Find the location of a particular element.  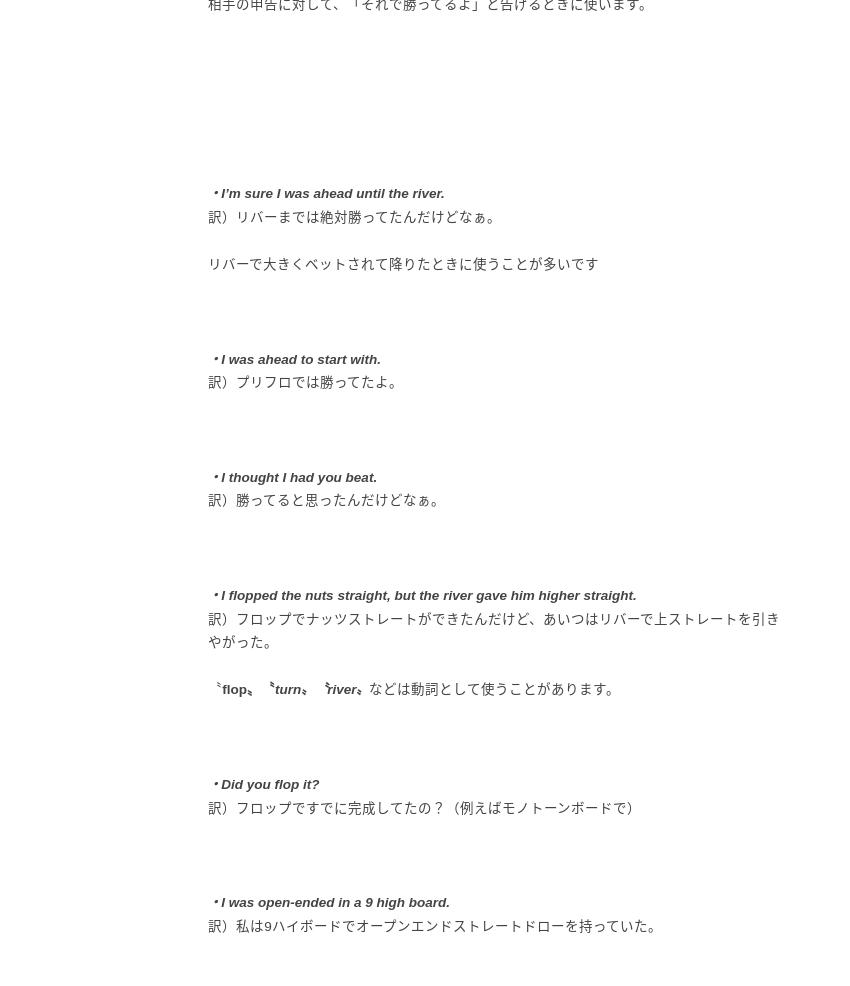

'・I was ahead to start with.' is located at coordinates (293, 357).